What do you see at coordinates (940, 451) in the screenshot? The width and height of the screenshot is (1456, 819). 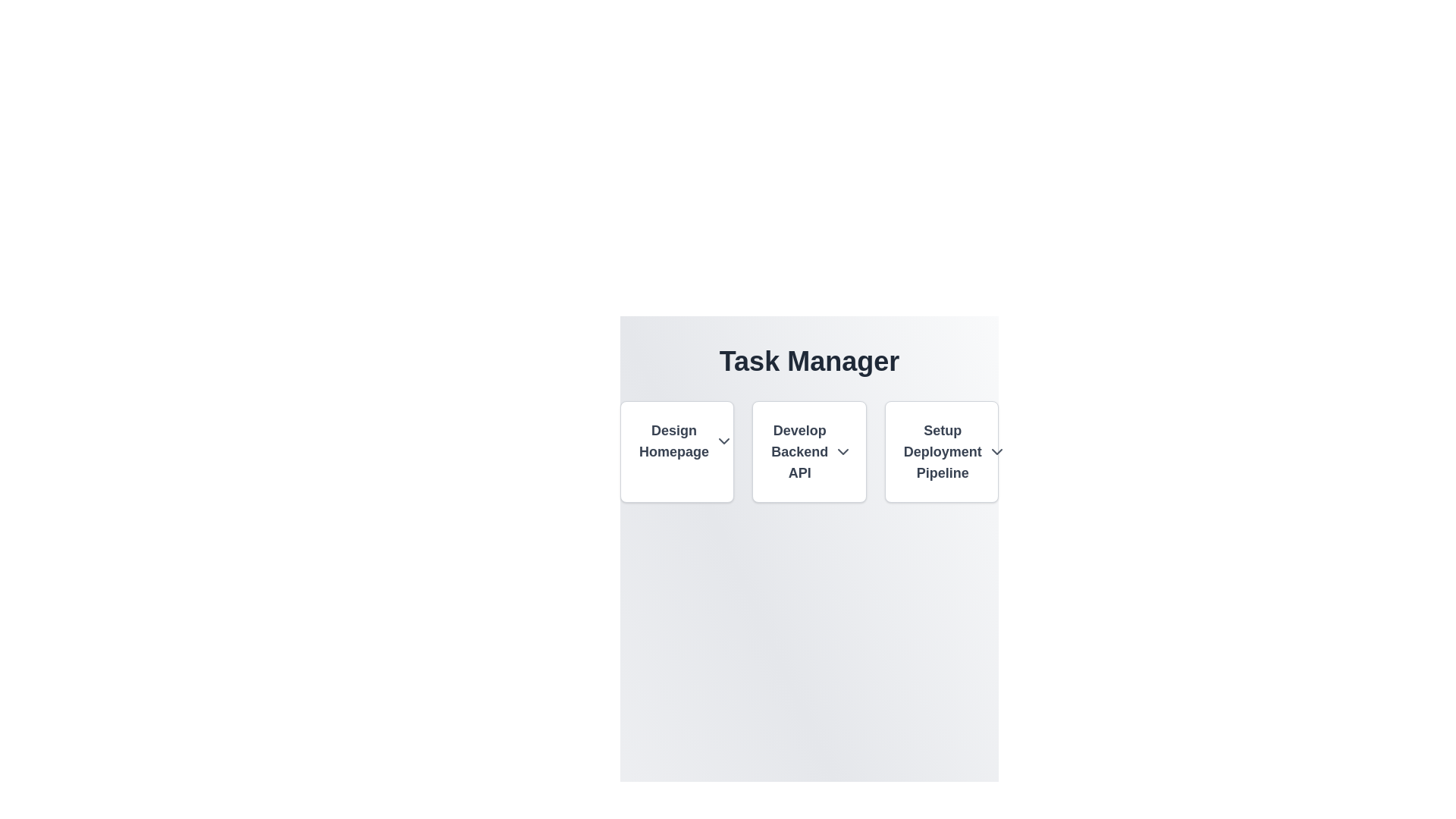 I see `the heading labeled 'Setup Deployment Pipeline', which is located at the bottom-center of its card in a horizontal sequence of cards` at bounding box center [940, 451].